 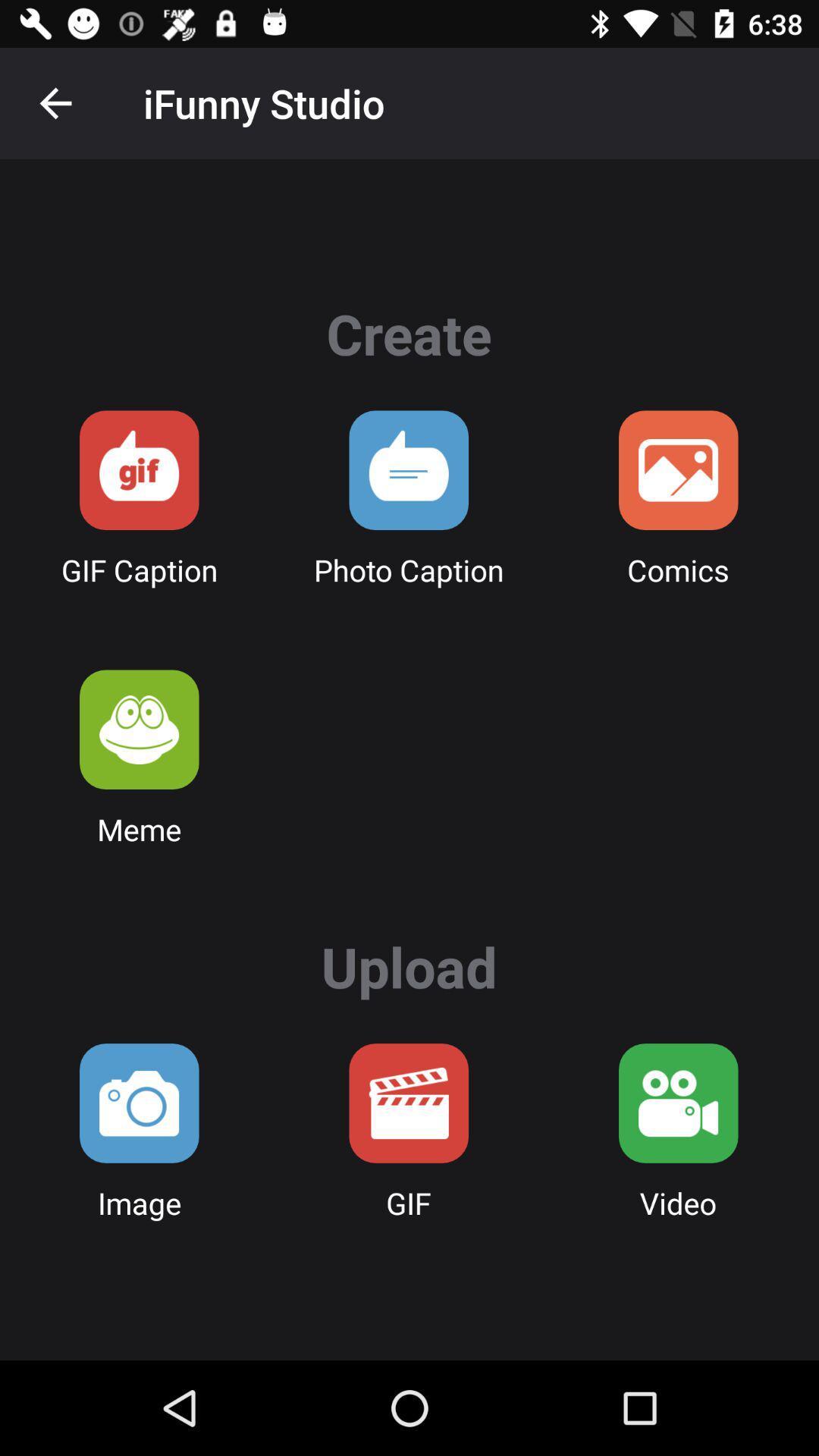 What do you see at coordinates (139, 469) in the screenshot?
I see `in this section you can easily make gitfs` at bounding box center [139, 469].